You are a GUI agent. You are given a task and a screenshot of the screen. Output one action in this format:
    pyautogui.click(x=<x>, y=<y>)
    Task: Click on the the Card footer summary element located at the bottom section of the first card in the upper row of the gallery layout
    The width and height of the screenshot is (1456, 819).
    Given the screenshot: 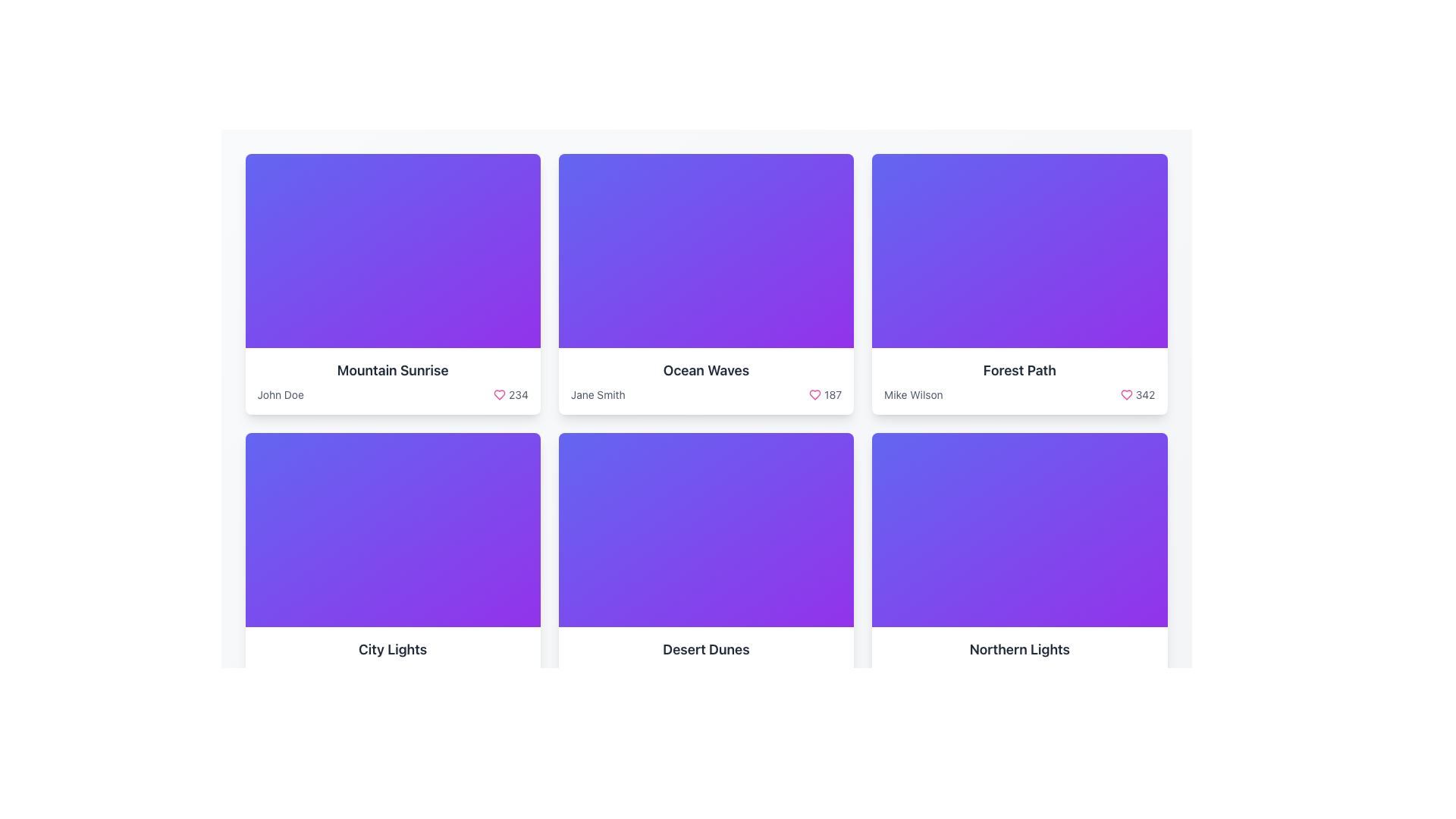 What is the action you would take?
    pyautogui.click(x=393, y=380)
    